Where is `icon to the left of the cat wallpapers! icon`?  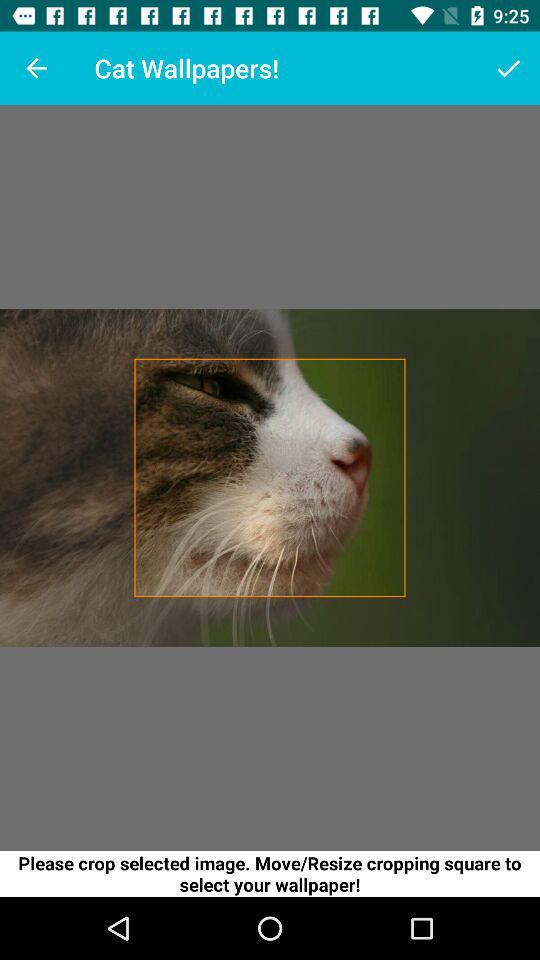
icon to the left of the cat wallpapers! icon is located at coordinates (36, 68).